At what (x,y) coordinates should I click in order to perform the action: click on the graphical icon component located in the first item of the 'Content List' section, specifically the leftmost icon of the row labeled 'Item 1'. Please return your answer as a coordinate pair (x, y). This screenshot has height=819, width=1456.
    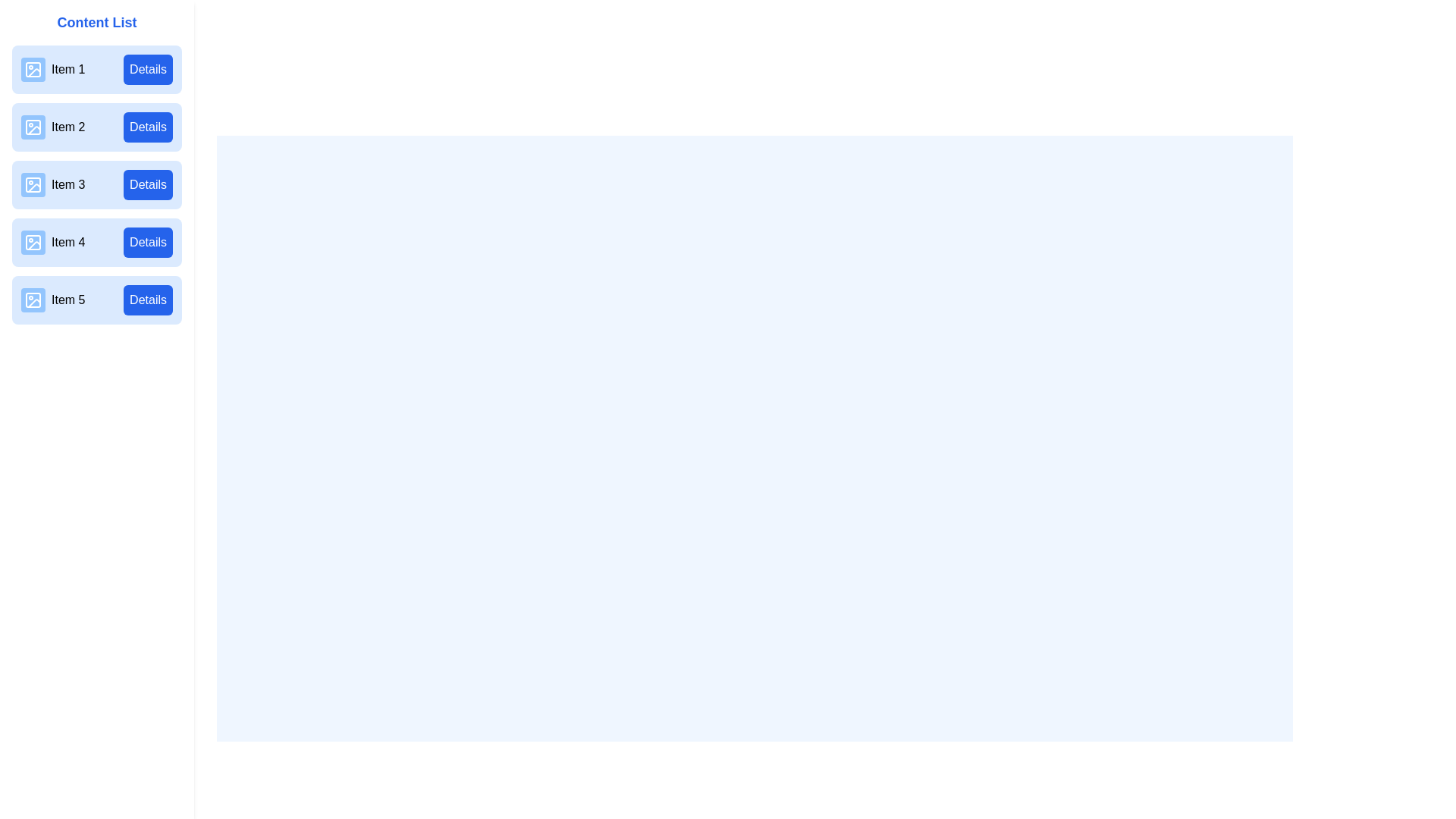
    Looking at the image, I should click on (34, 73).